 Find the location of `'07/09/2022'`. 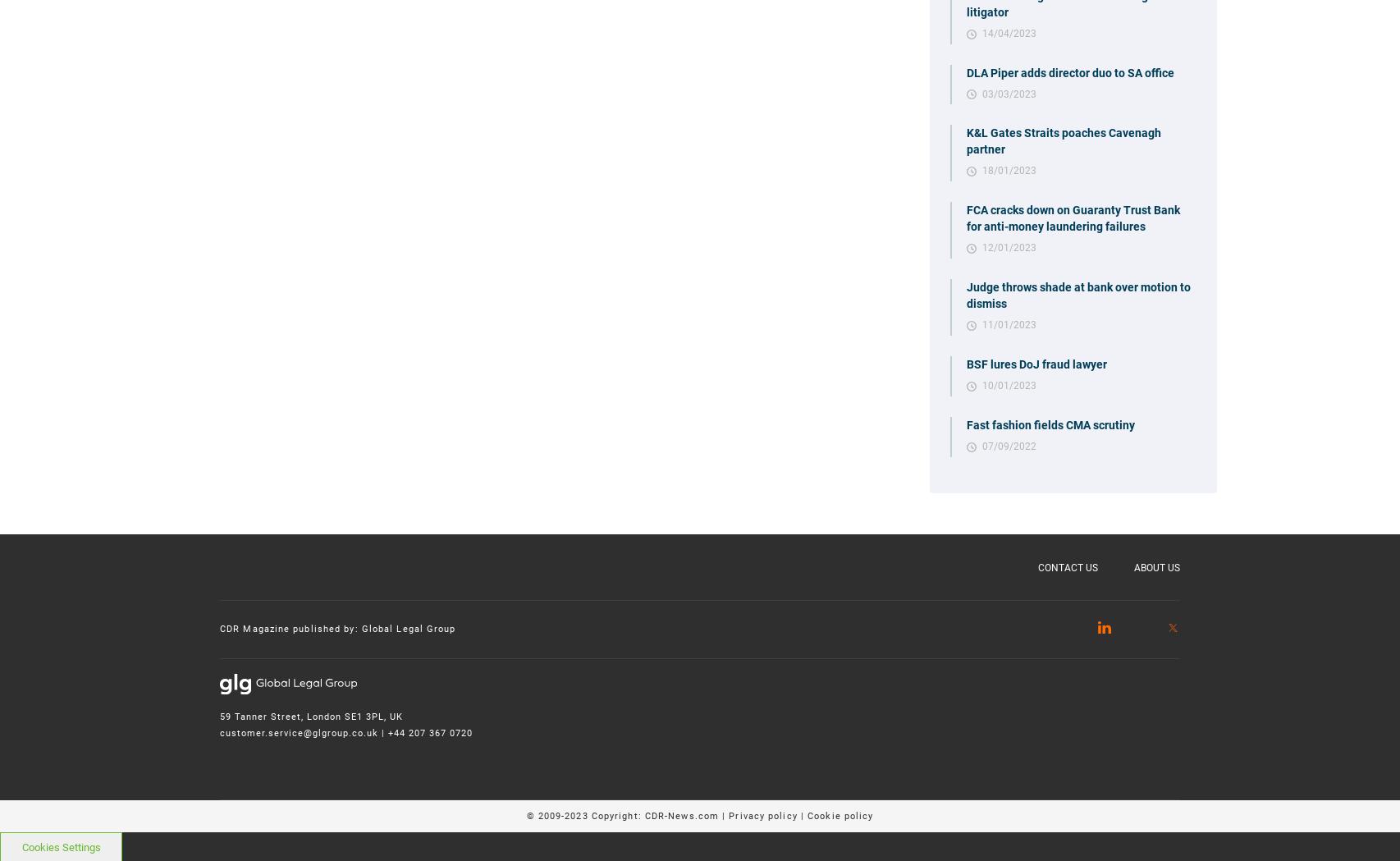

'07/09/2022' is located at coordinates (980, 445).